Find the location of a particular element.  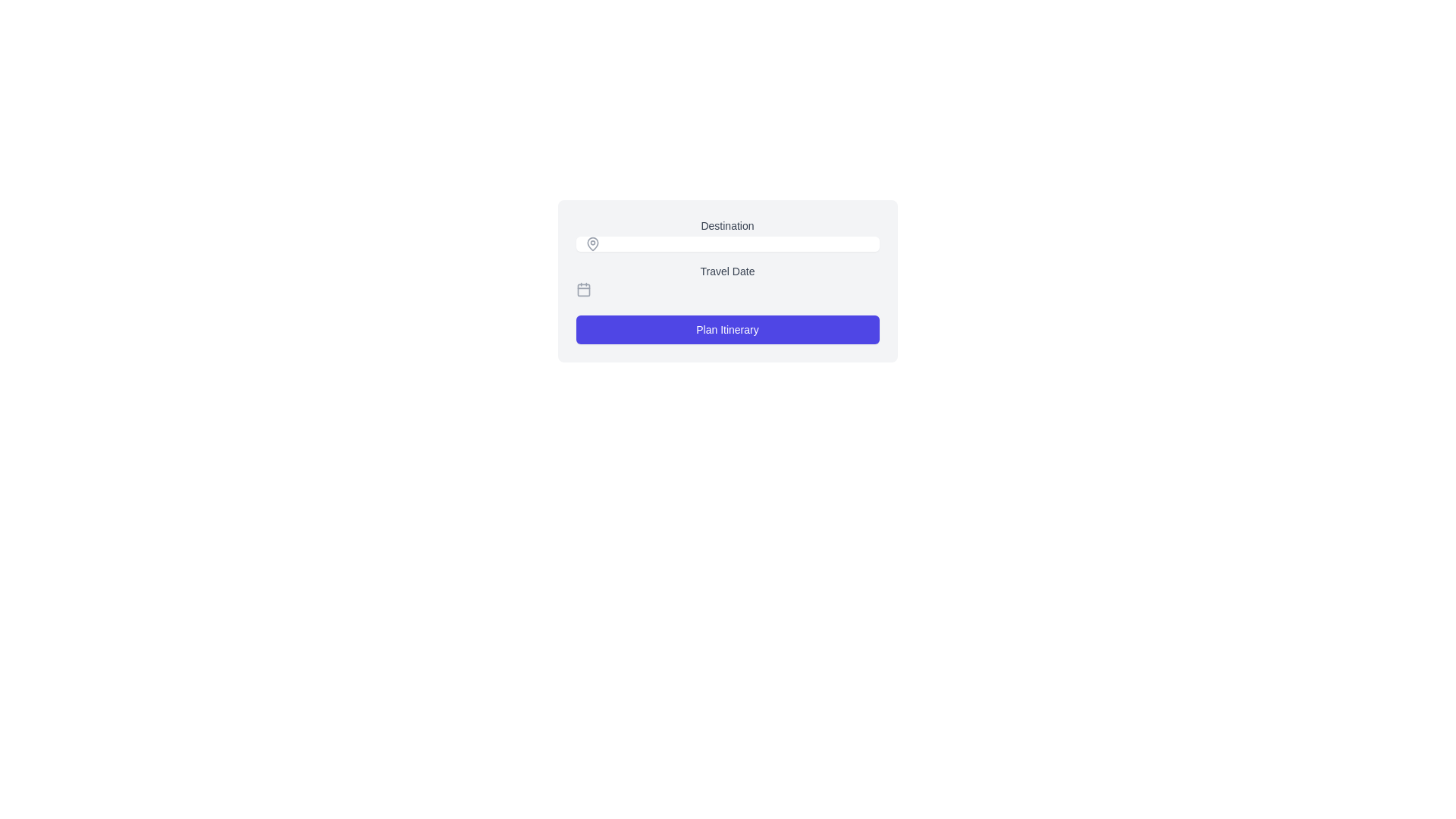

the decorative location icon within the 'Destination' input field, which is positioned at the leftmost side of the field is located at coordinates (587, 243).